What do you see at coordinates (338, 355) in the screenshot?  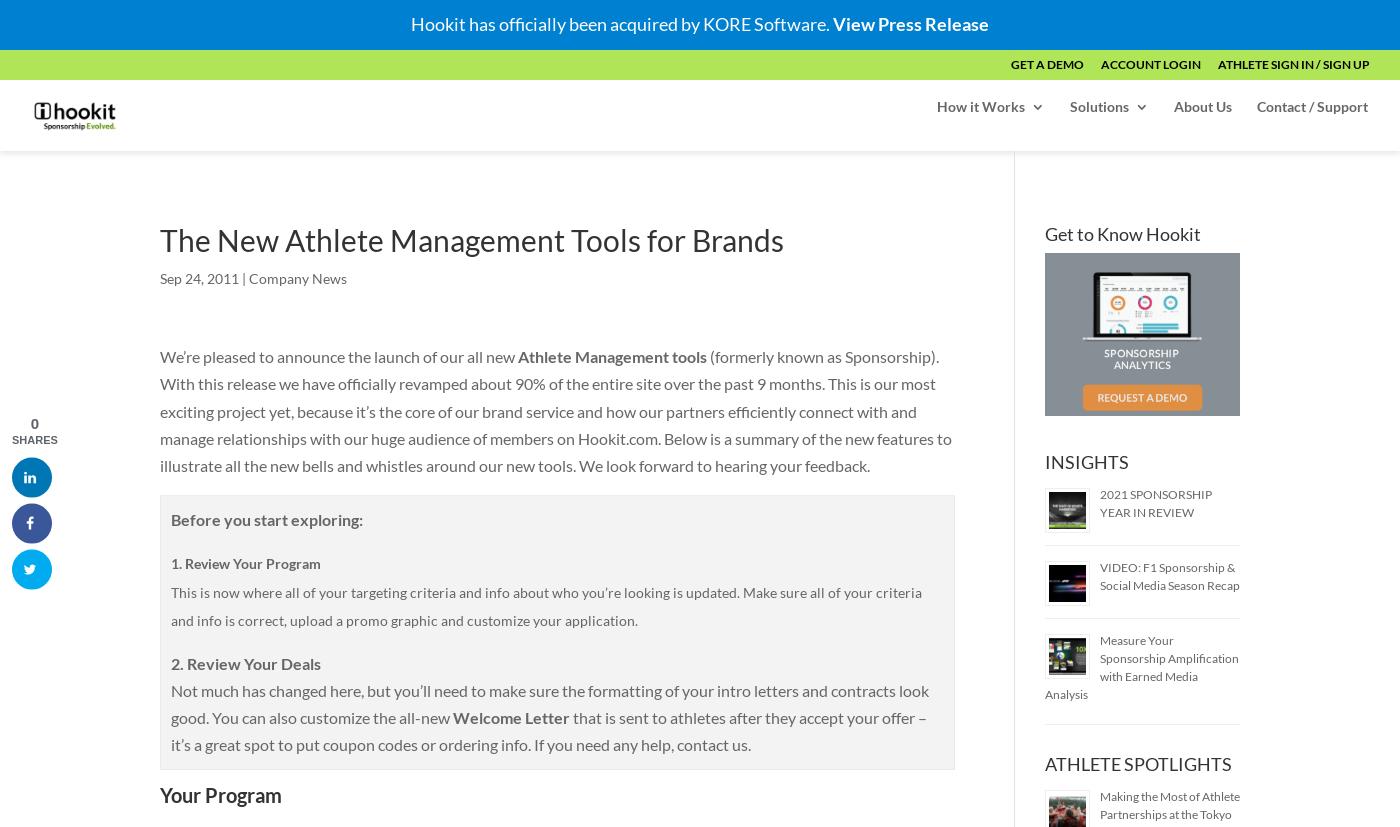 I see `'We’re pleased to announce the launch of our all new'` at bounding box center [338, 355].